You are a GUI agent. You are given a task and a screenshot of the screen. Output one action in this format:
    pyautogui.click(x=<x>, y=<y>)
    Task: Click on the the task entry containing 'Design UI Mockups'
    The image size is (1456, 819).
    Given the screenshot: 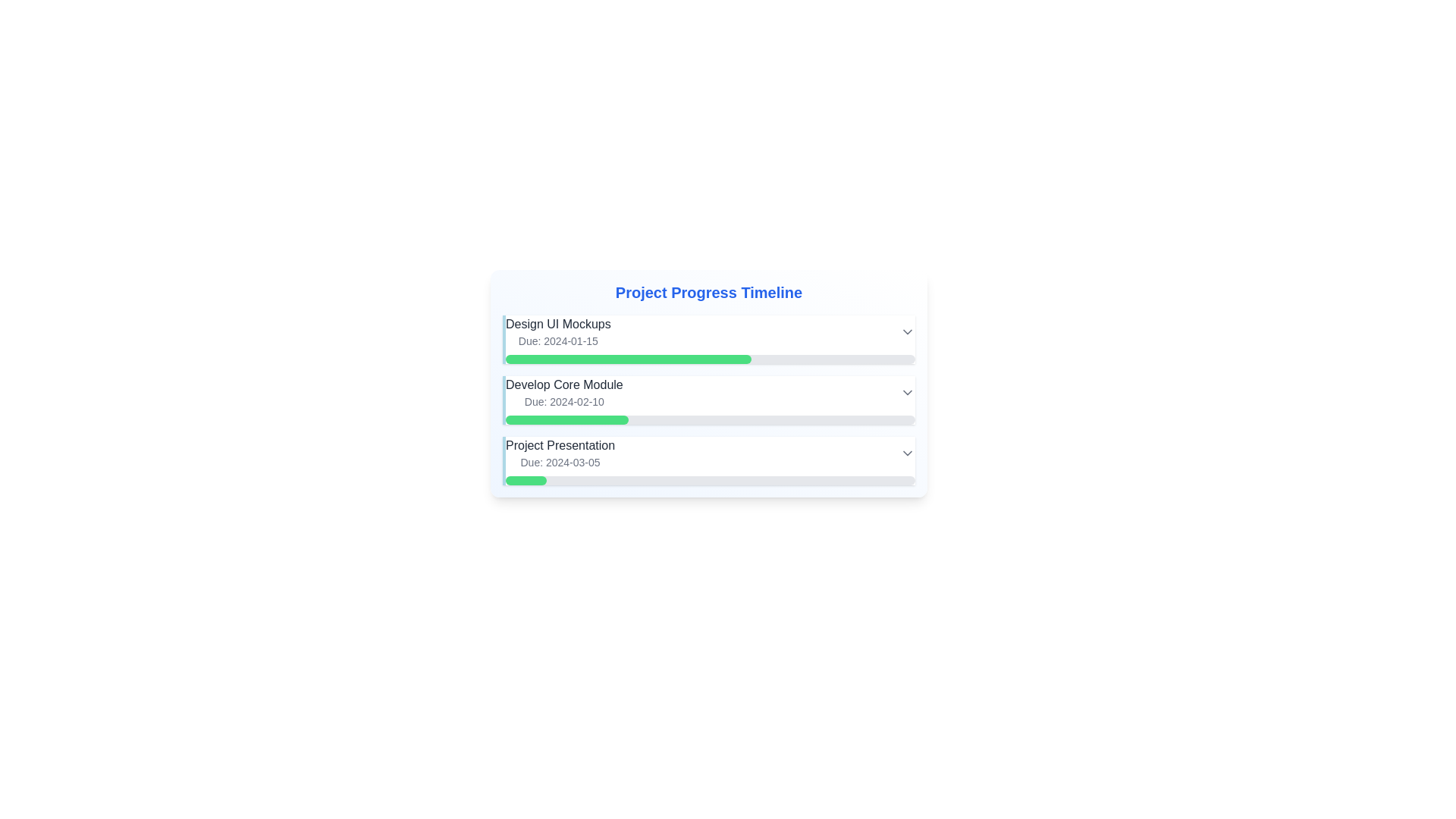 What is the action you would take?
    pyautogui.click(x=709, y=331)
    